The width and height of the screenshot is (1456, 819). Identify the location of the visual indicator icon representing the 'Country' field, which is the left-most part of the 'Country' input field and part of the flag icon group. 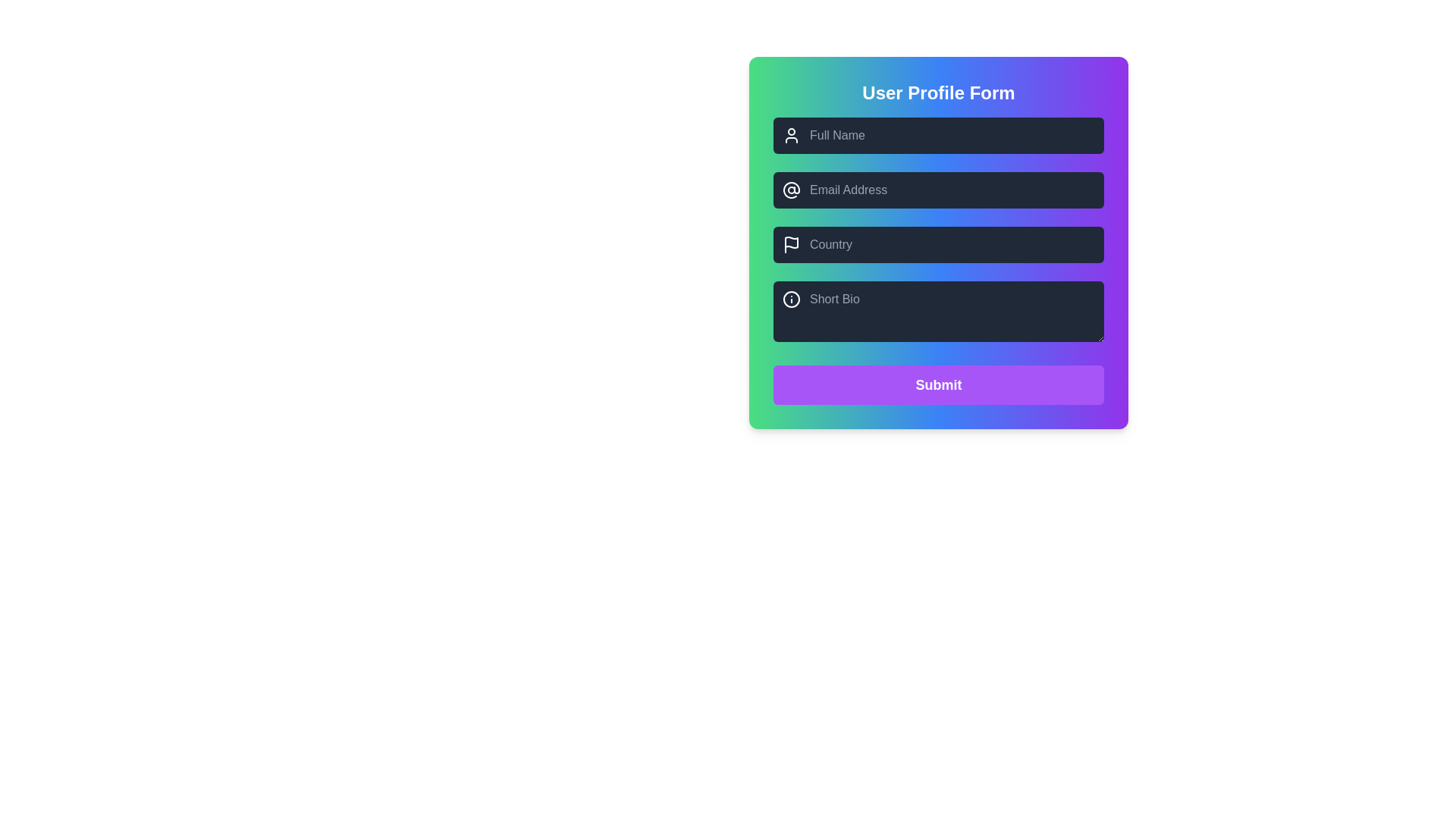
(790, 242).